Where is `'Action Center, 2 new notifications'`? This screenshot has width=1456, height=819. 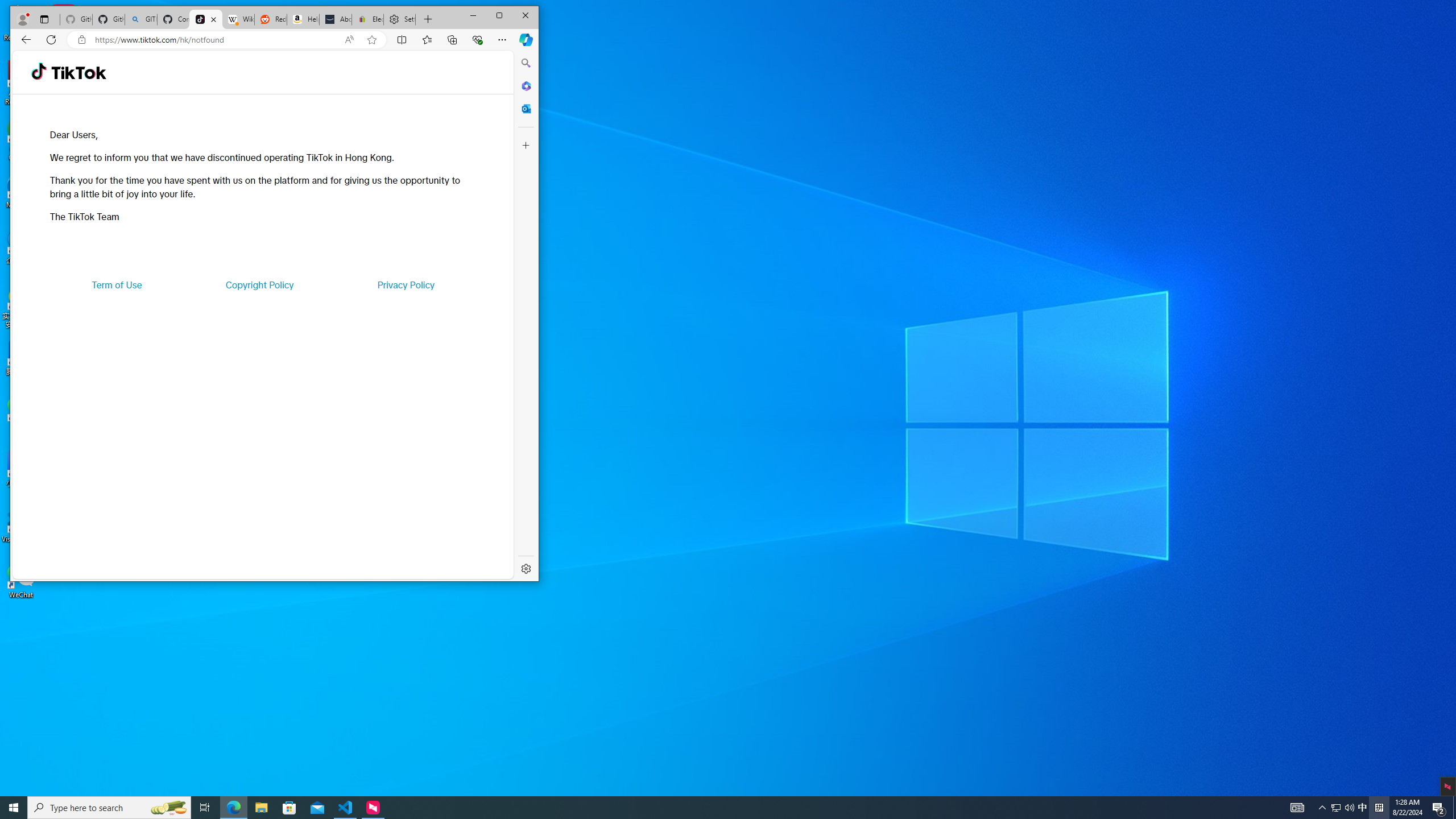
'Action Center, 2 new notifications' is located at coordinates (1439, 806).